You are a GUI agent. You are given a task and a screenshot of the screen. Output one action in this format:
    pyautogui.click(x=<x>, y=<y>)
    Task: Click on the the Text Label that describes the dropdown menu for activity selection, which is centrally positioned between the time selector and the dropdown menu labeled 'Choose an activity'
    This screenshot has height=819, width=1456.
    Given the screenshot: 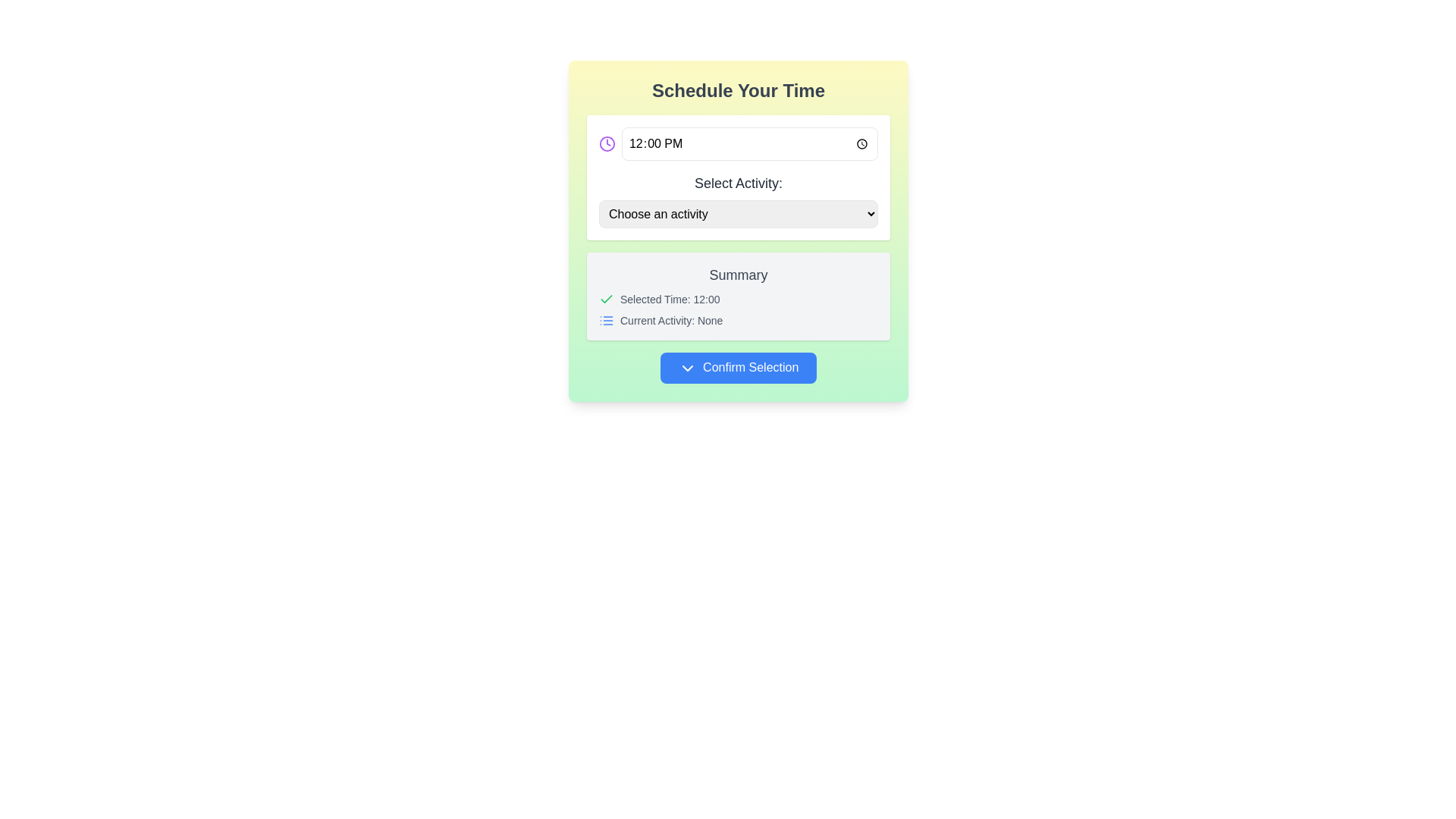 What is the action you would take?
    pyautogui.click(x=739, y=183)
    